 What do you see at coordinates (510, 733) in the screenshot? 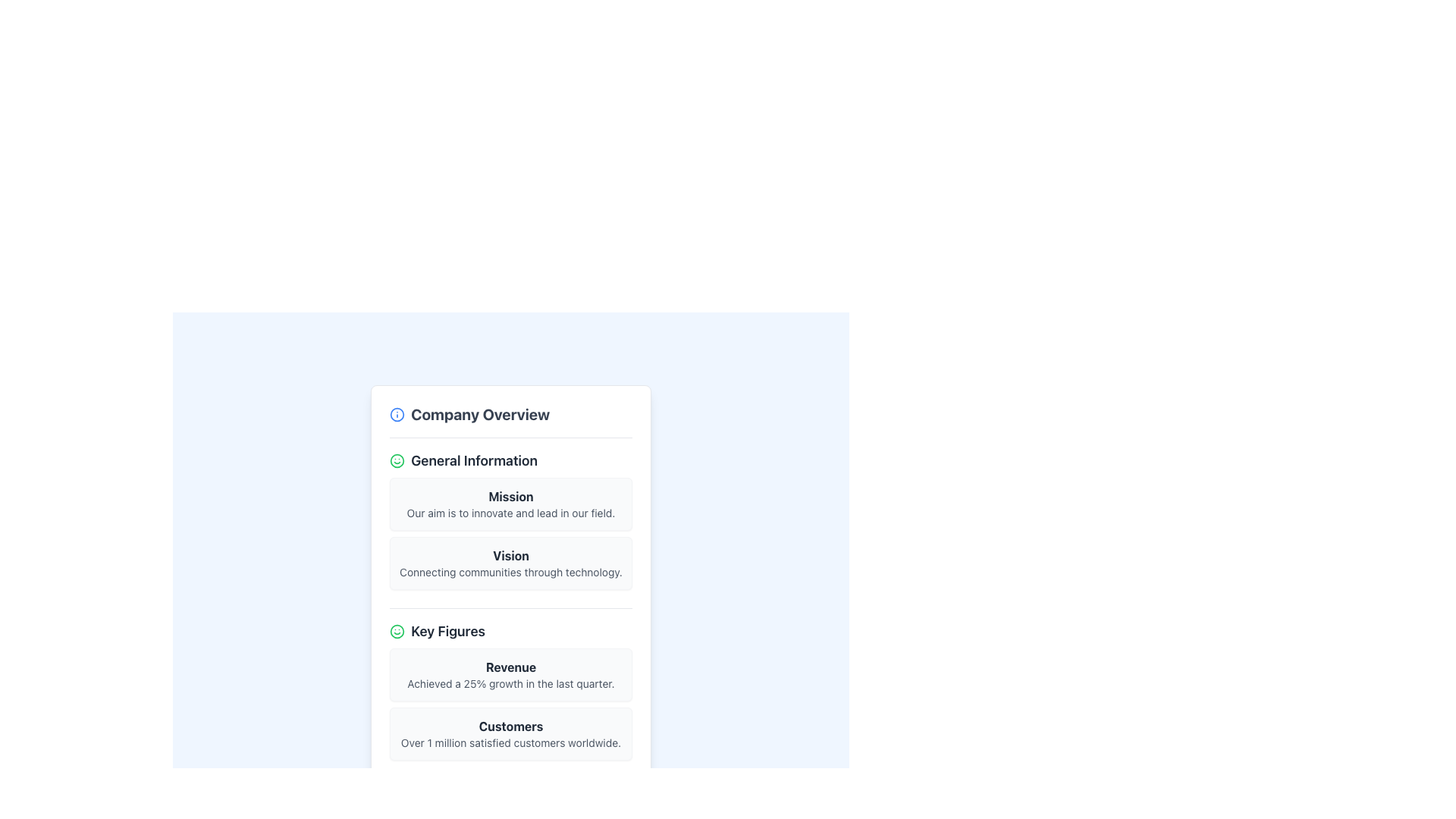
I see `information from the static informational card indicating over 1 million satisfied customers worldwide, located in the 'Key Figures' section below the 'Revenue' card` at bounding box center [510, 733].